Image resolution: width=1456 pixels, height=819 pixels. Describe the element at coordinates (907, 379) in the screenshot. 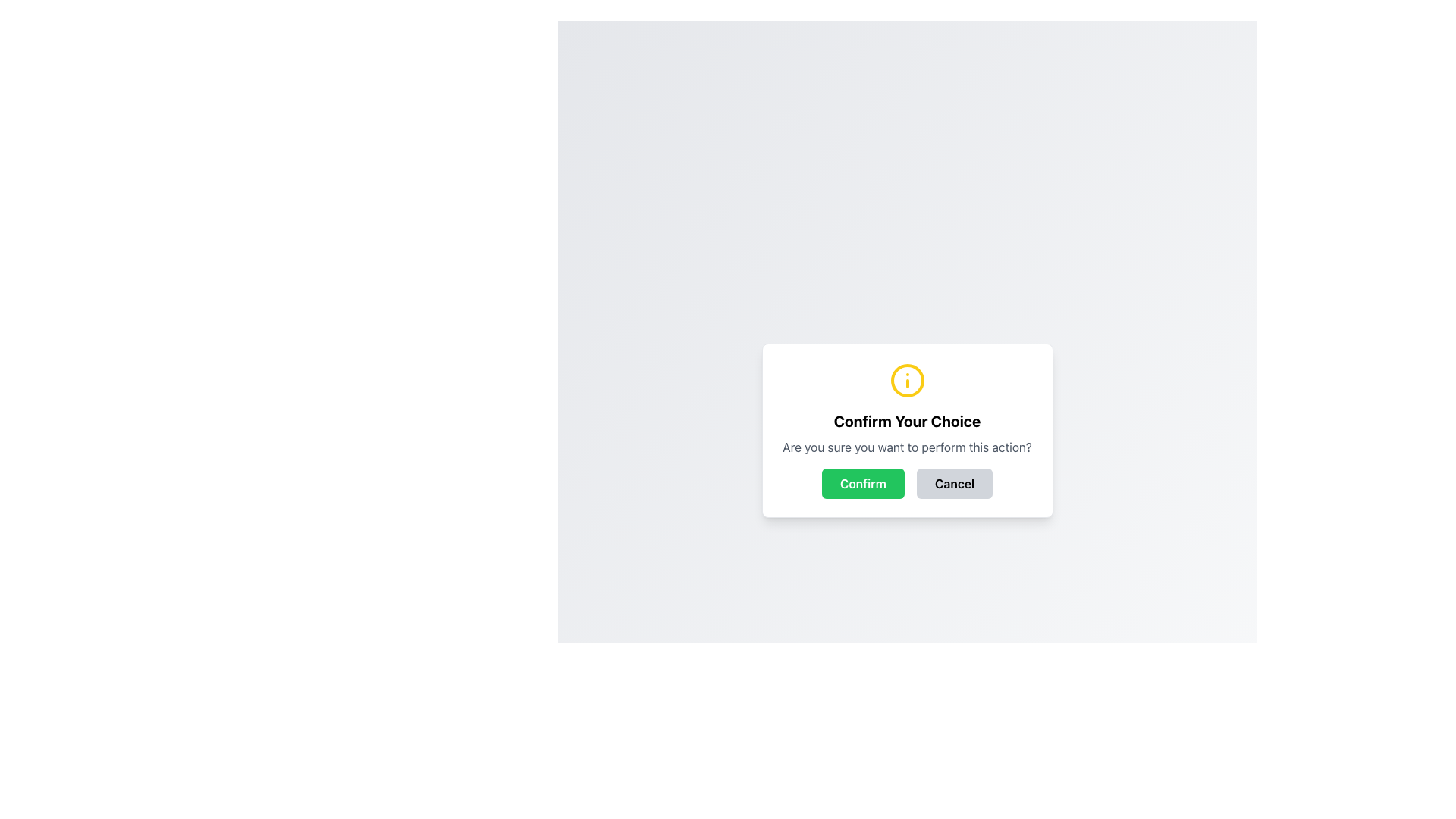

I see `the vector graphics circle that is part of the informational visual cue in the top center of the modal dialog box, which contains a confirmation message` at that location.